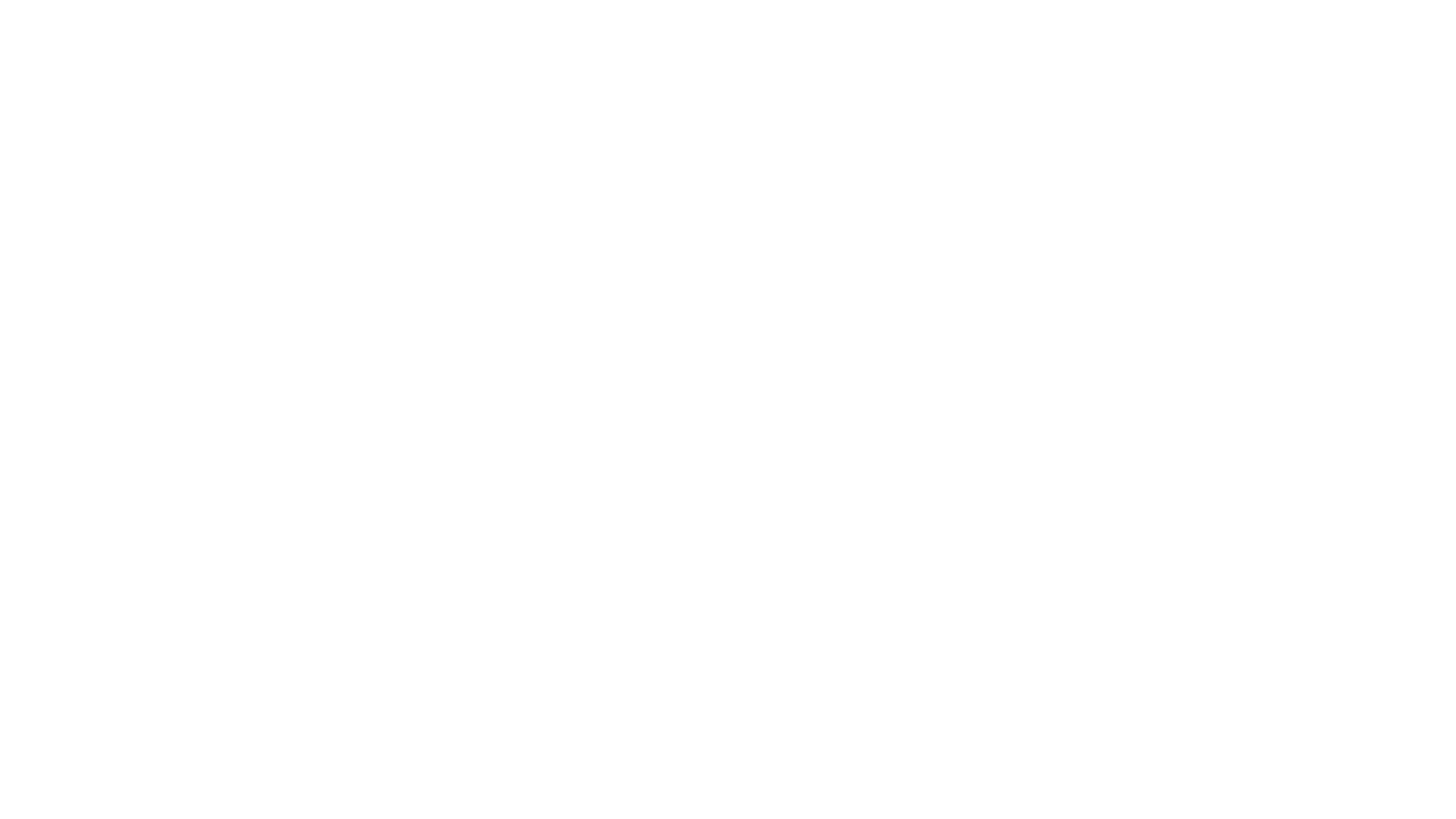 The width and height of the screenshot is (1456, 819). I want to click on Log in, so click(925, 42).